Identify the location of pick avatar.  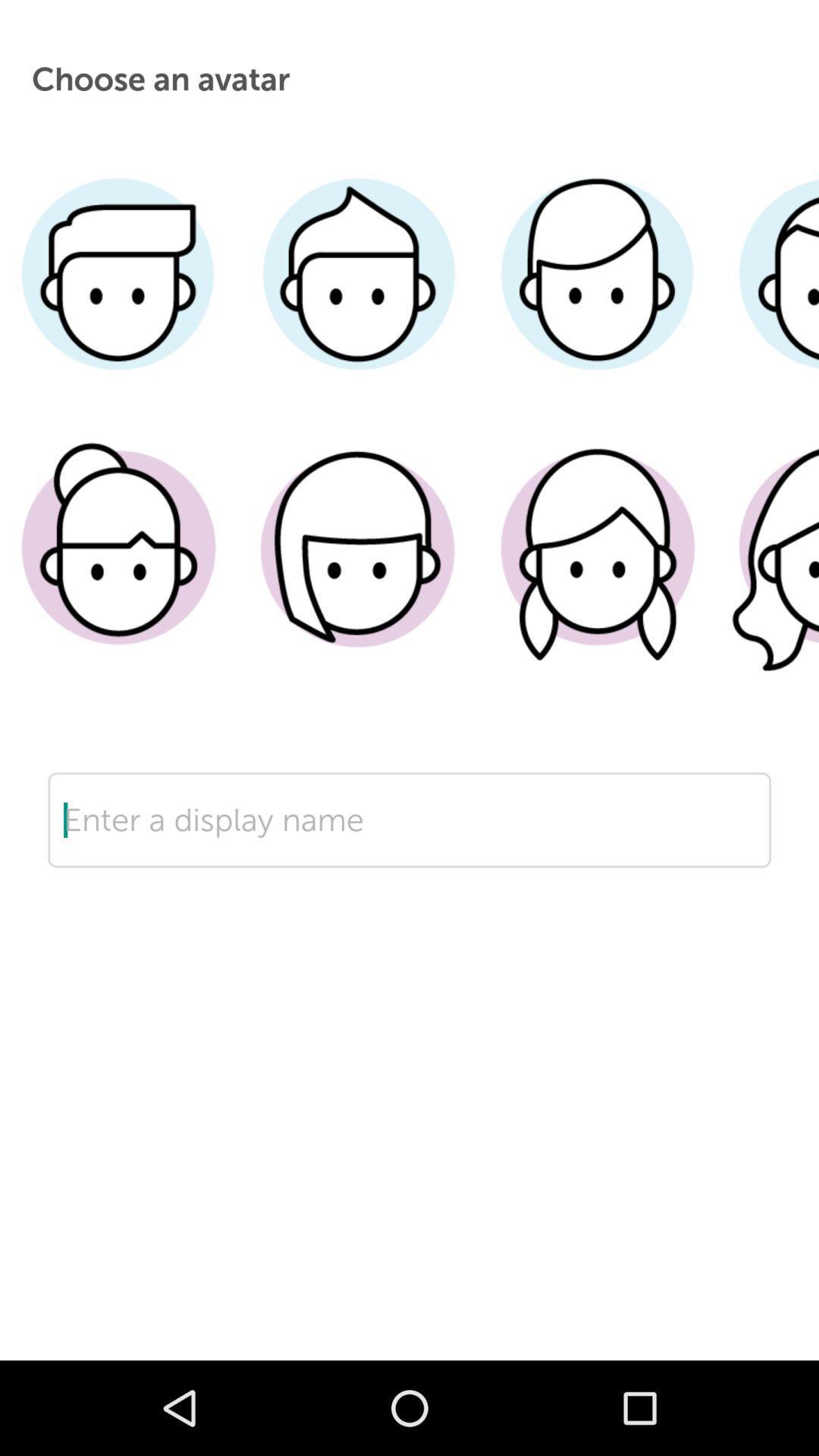
(767, 570).